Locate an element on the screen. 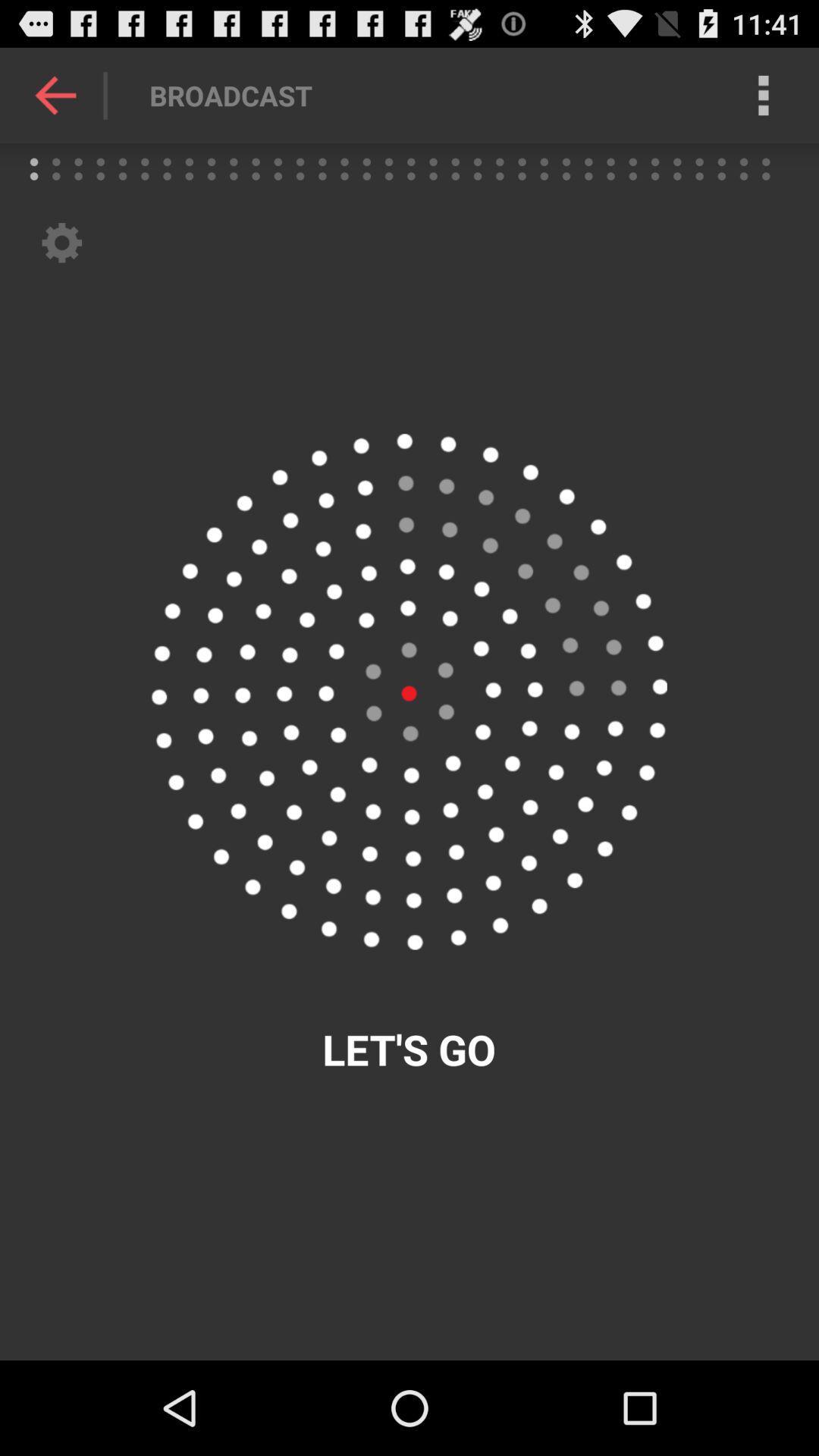 This screenshot has height=1456, width=819. click for sound is located at coordinates (408, 691).